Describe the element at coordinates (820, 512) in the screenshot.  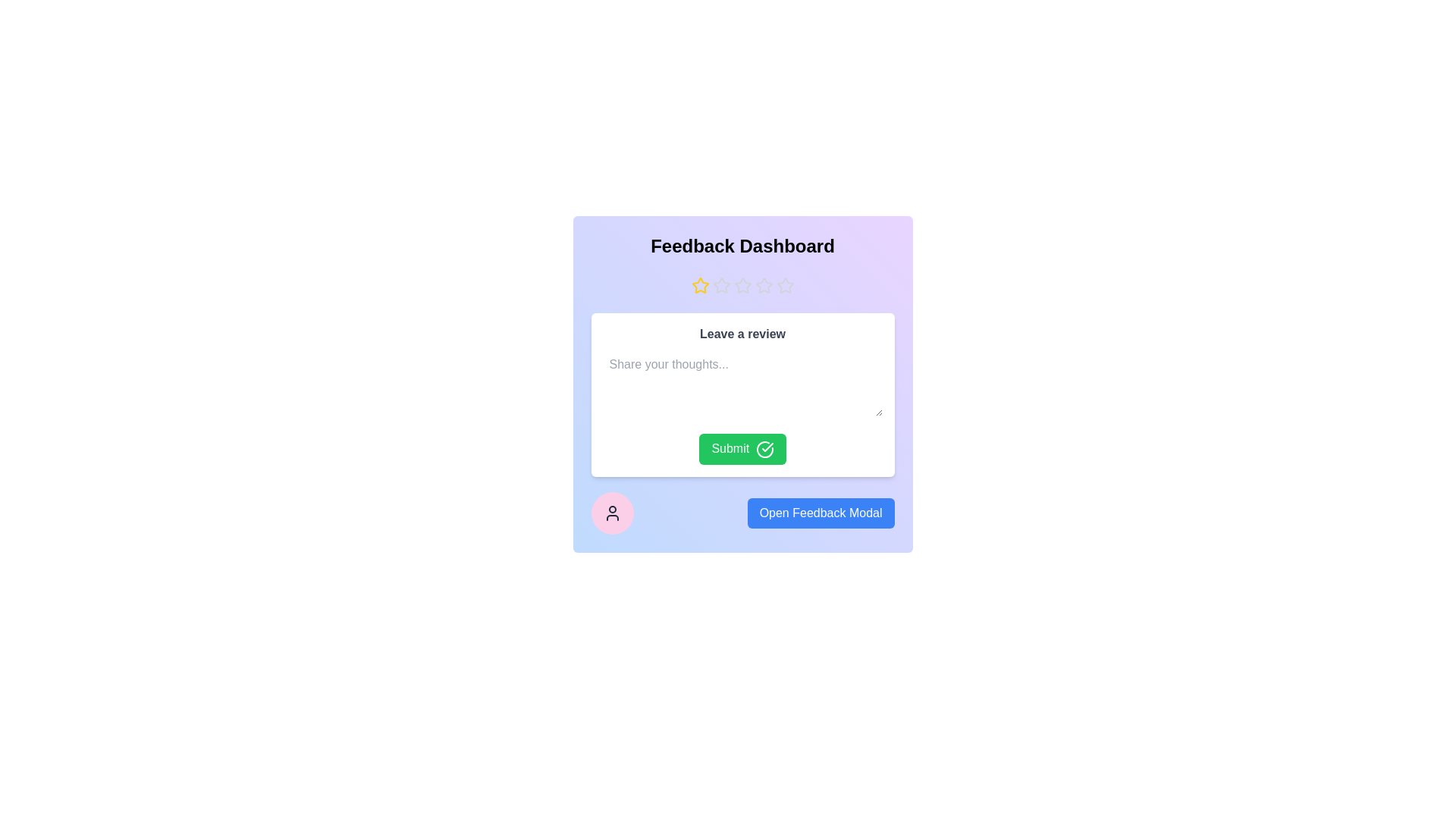
I see `the button with a blue background labeled 'Open Feedback Modal'` at that location.